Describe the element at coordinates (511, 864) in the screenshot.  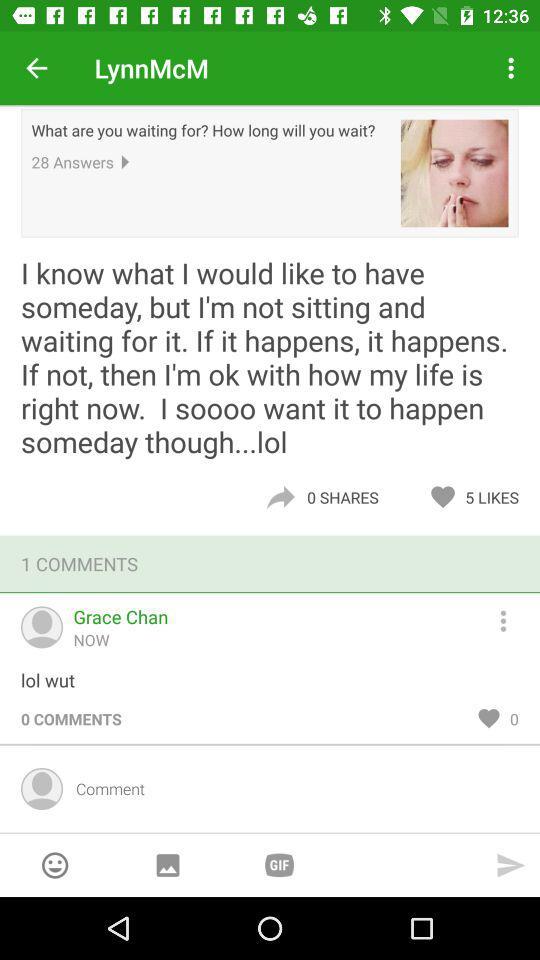
I see `send typed comment` at that location.